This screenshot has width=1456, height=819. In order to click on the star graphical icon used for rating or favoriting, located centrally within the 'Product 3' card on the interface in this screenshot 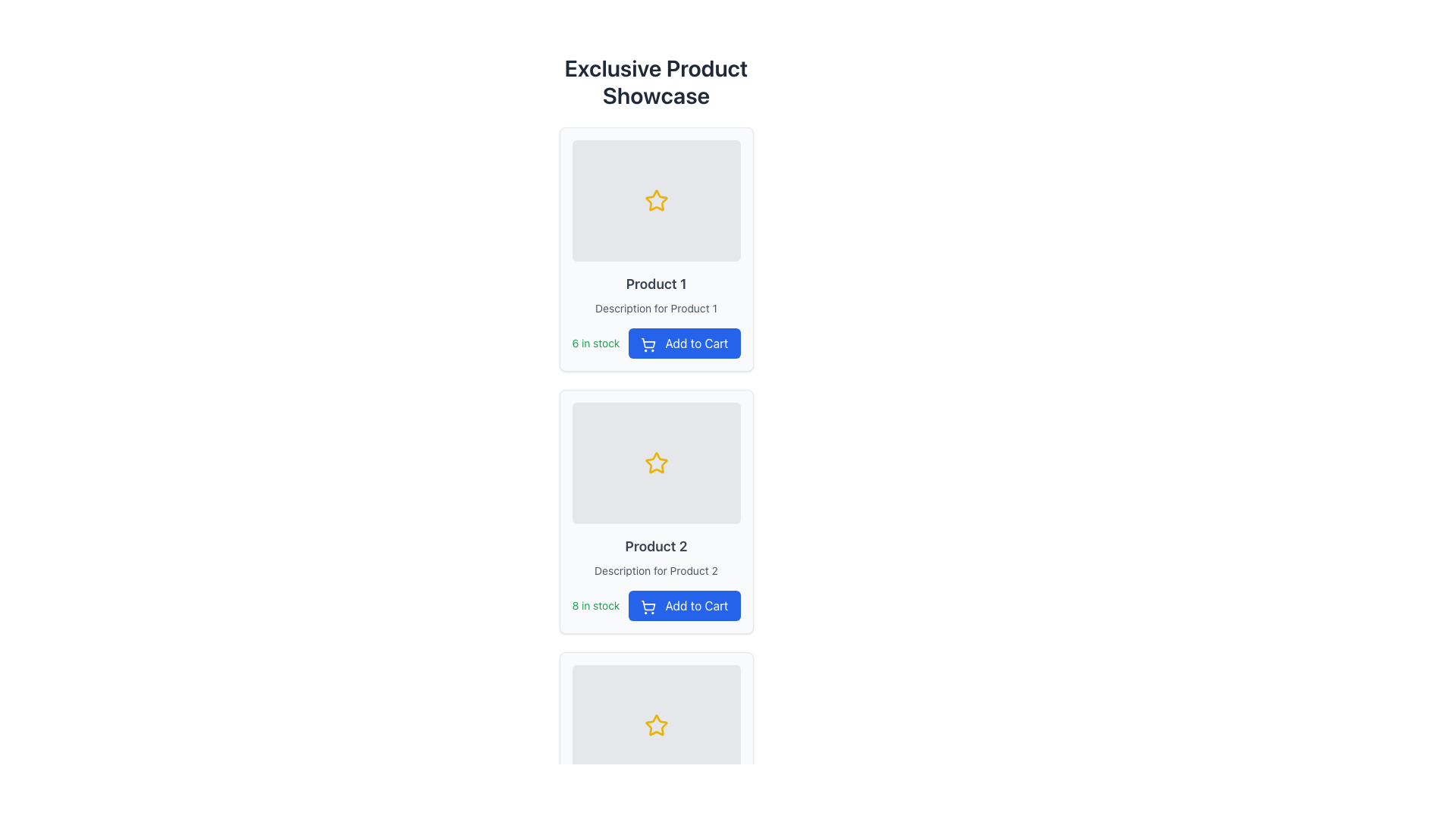, I will do `click(656, 724)`.